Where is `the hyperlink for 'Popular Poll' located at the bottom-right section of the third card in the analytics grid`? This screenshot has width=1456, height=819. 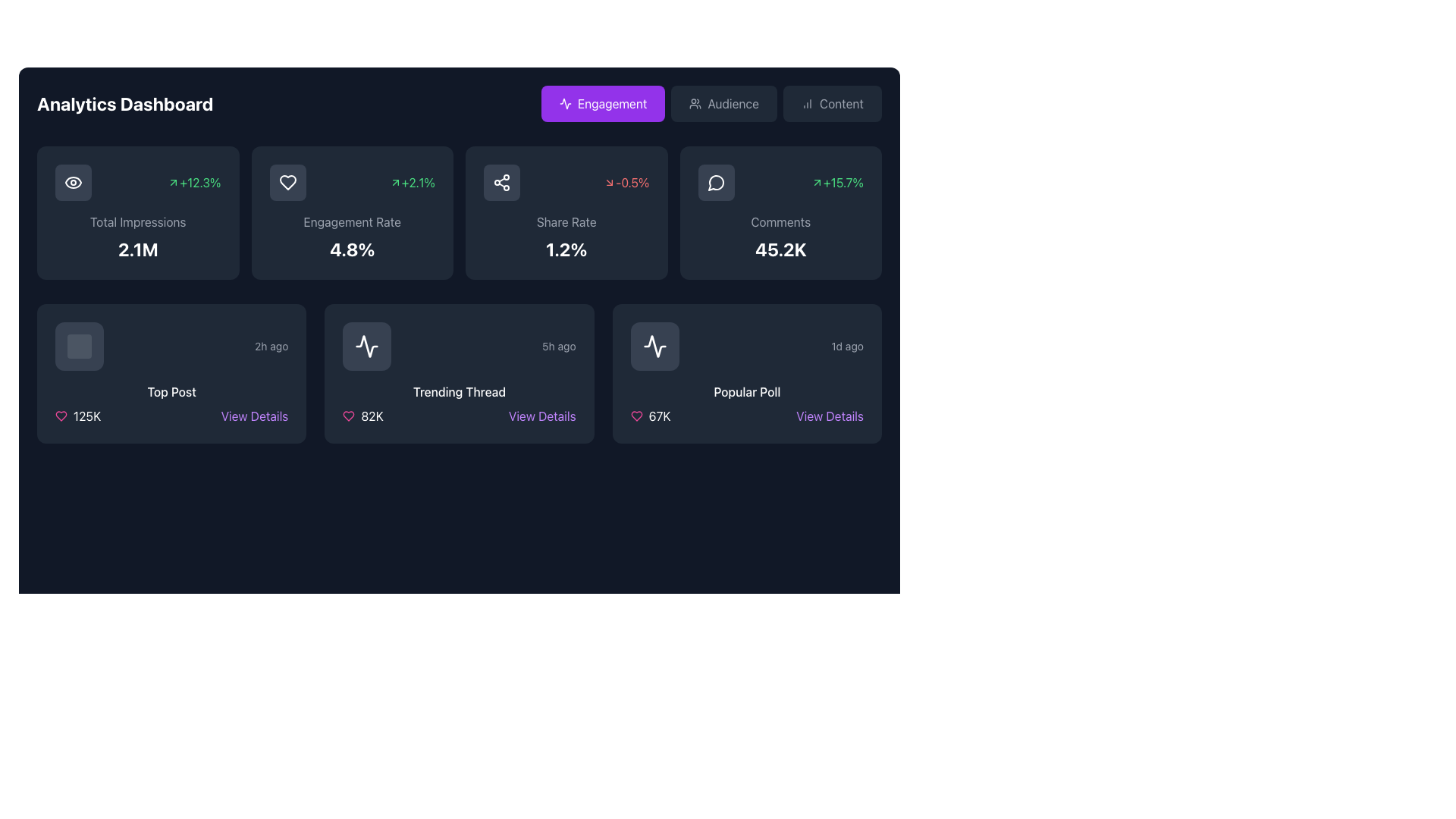
the hyperlink for 'Popular Poll' located at the bottom-right section of the third card in the analytics grid is located at coordinates (829, 416).